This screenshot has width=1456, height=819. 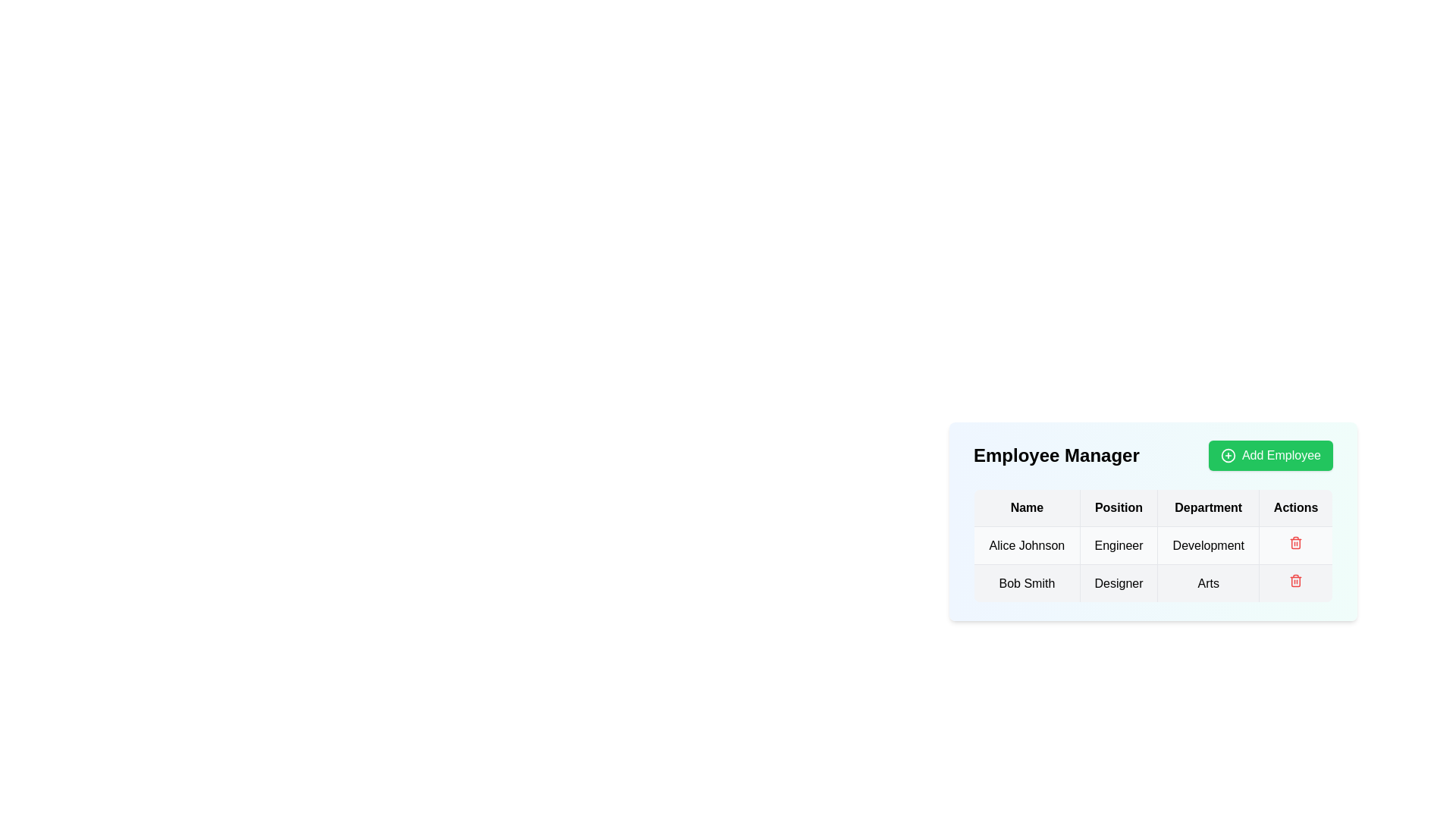 What do you see at coordinates (1119, 544) in the screenshot?
I see `the TextLabel displaying 'Engineer' under the 'Position' column for 'Alice Johnson' in the 'Employee Manager' table` at bounding box center [1119, 544].